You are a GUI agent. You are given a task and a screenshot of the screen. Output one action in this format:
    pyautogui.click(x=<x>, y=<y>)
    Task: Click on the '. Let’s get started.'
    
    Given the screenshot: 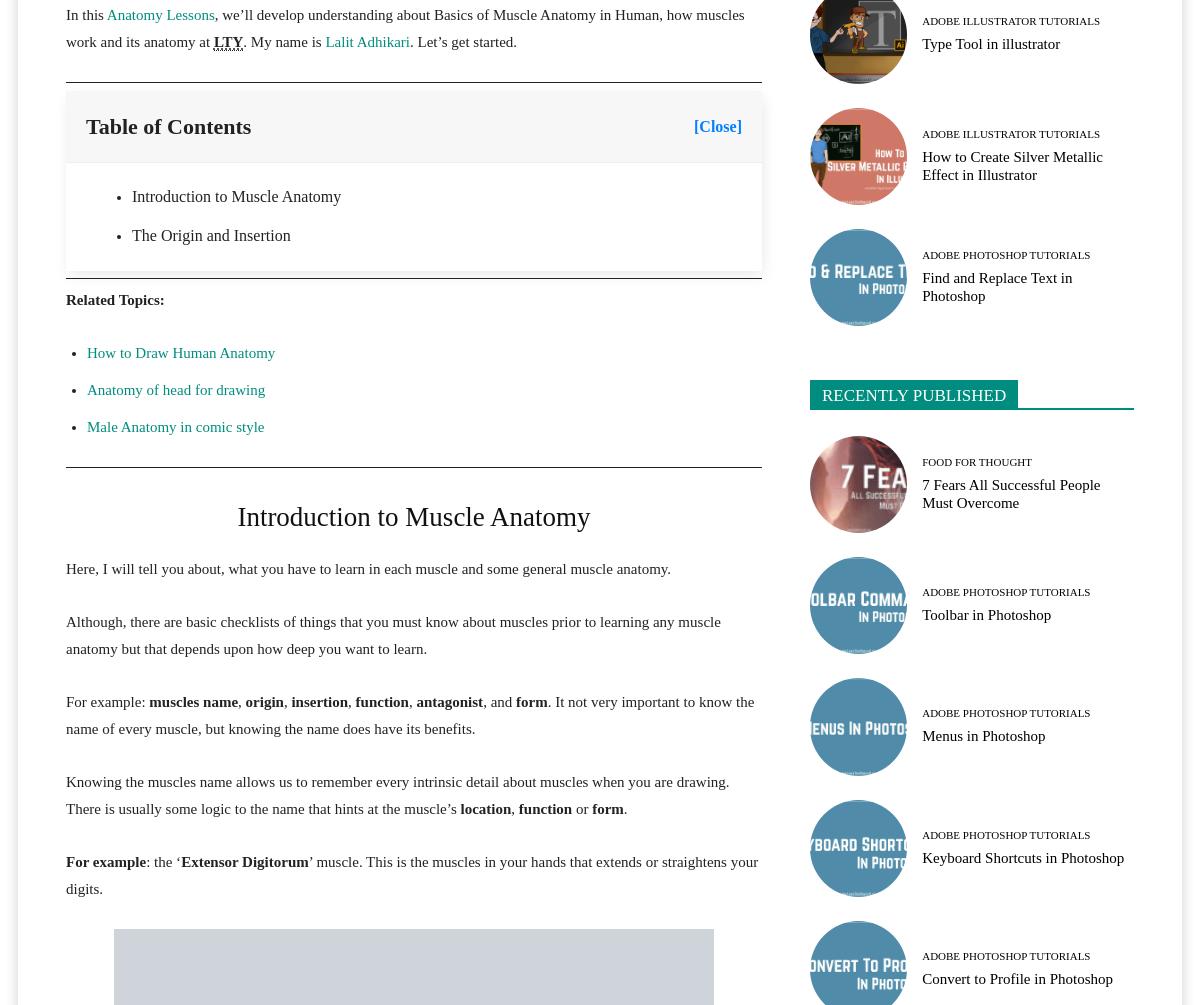 What is the action you would take?
    pyautogui.click(x=462, y=42)
    